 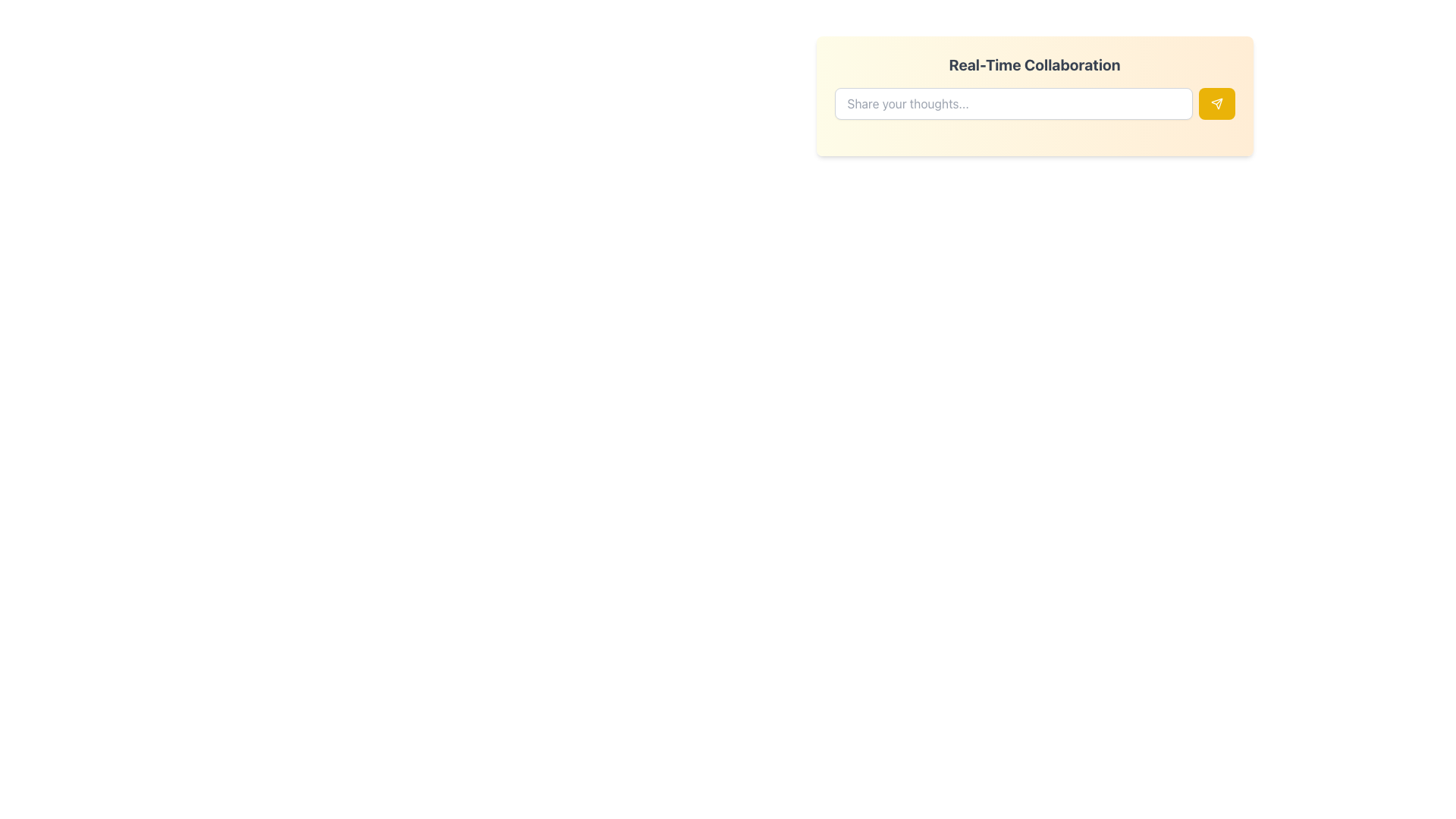 I want to click on the yellow rectangular button with a paper plane icon in the 'Real-Time Collaboration' section, so click(x=1216, y=103).